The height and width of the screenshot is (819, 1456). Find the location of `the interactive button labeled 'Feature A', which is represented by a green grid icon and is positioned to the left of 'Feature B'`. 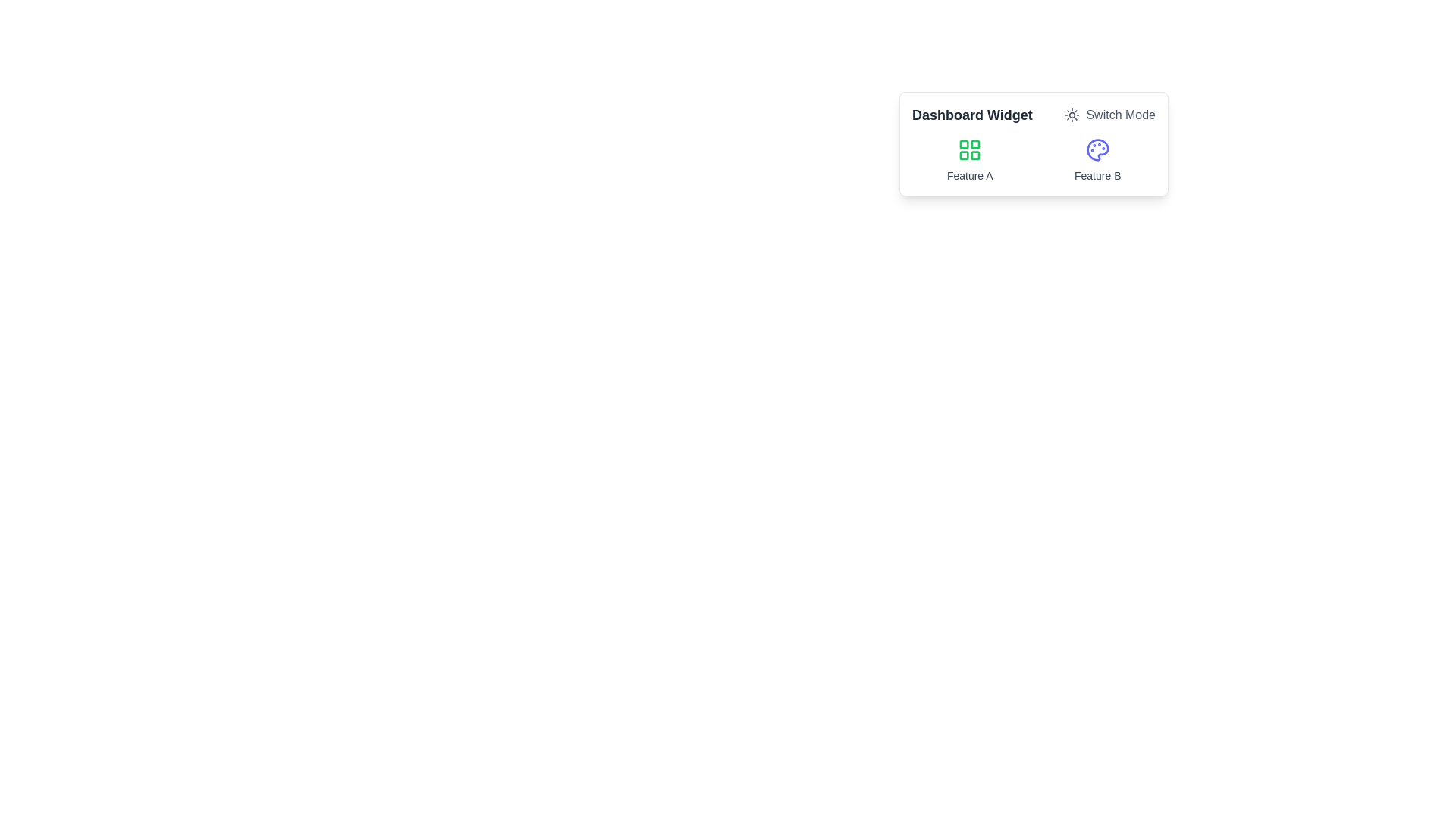

the interactive button labeled 'Feature A', which is represented by a green grid icon and is positioned to the left of 'Feature B' is located at coordinates (969, 161).